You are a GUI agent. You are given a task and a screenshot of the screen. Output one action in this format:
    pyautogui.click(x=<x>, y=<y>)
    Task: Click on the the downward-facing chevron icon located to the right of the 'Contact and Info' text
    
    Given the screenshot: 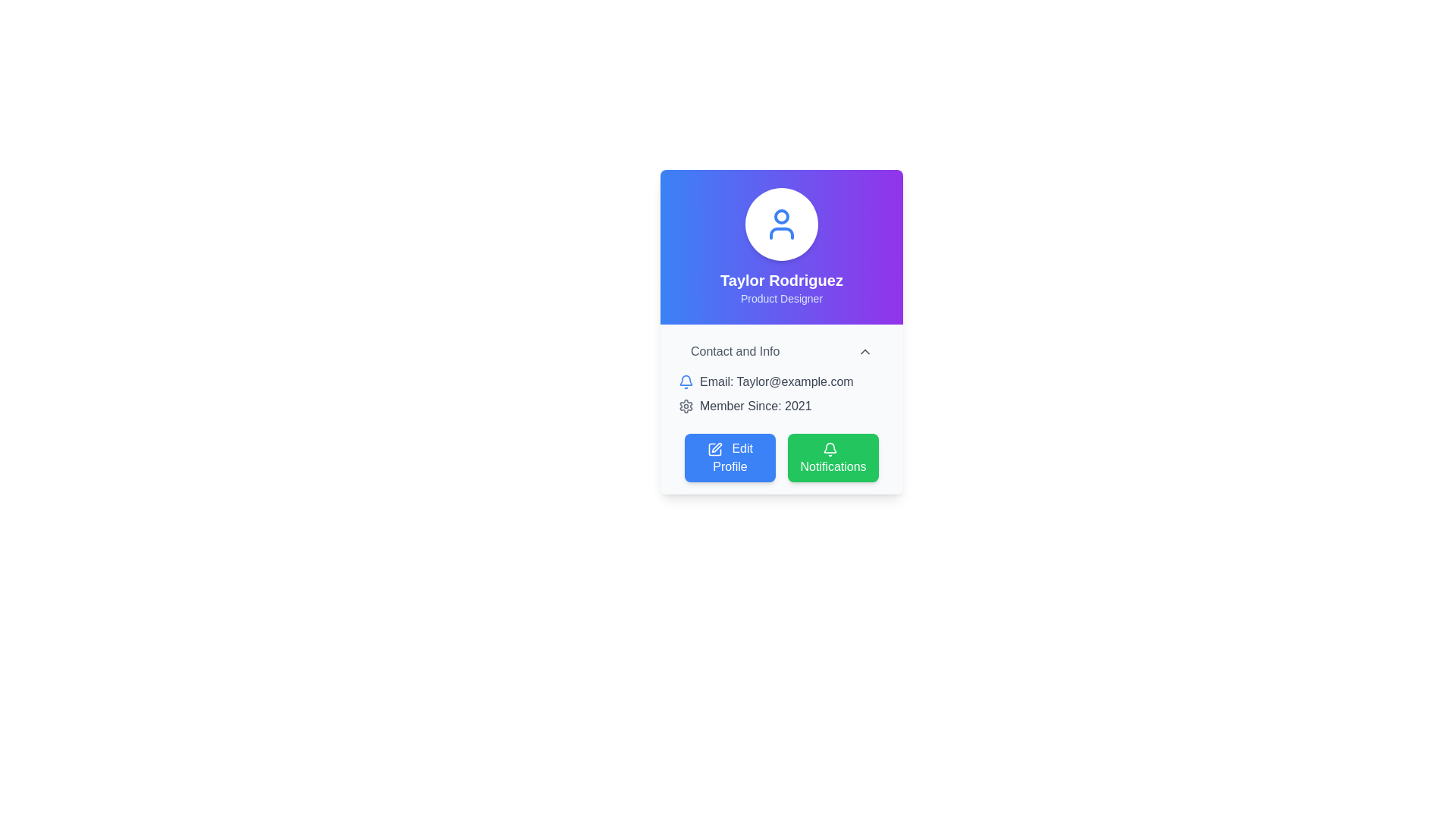 What is the action you would take?
    pyautogui.click(x=865, y=351)
    